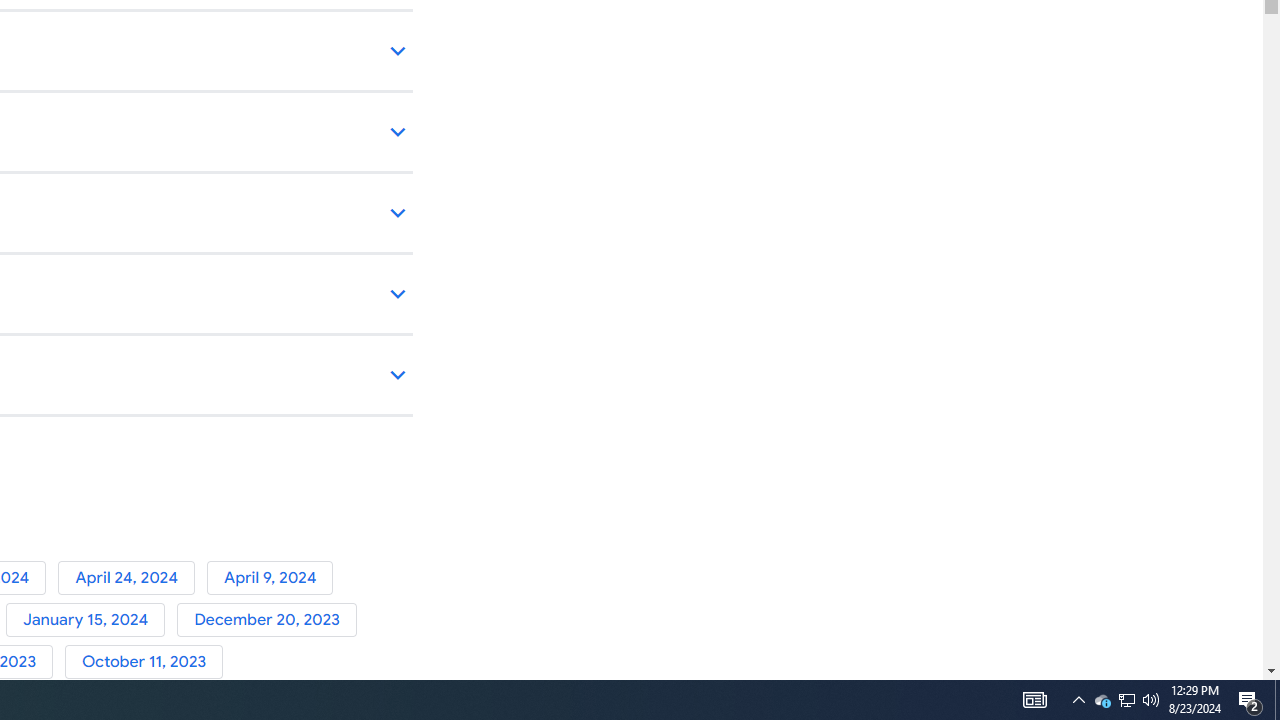 The image size is (1280, 720). I want to click on 'April 9, 2024', so click(272, 577).